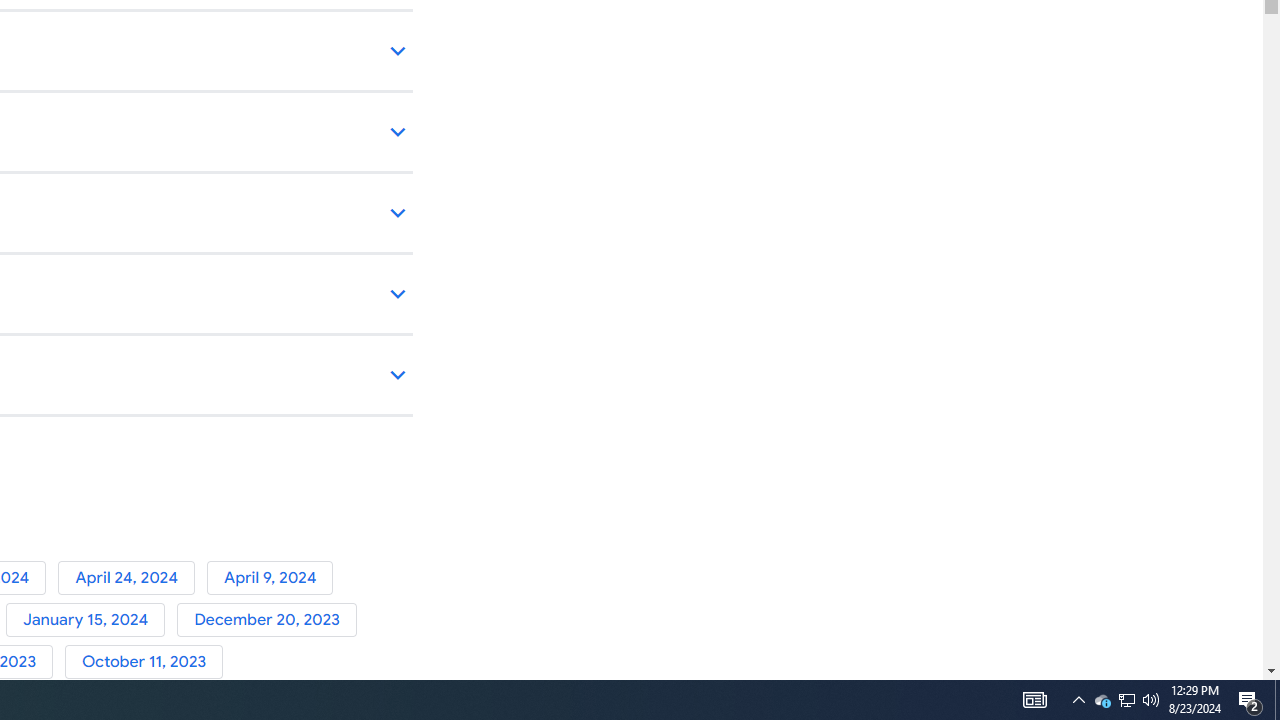 The image size is (1280, 720). I want to click on 'April 9, 2024', so click(272, 577).